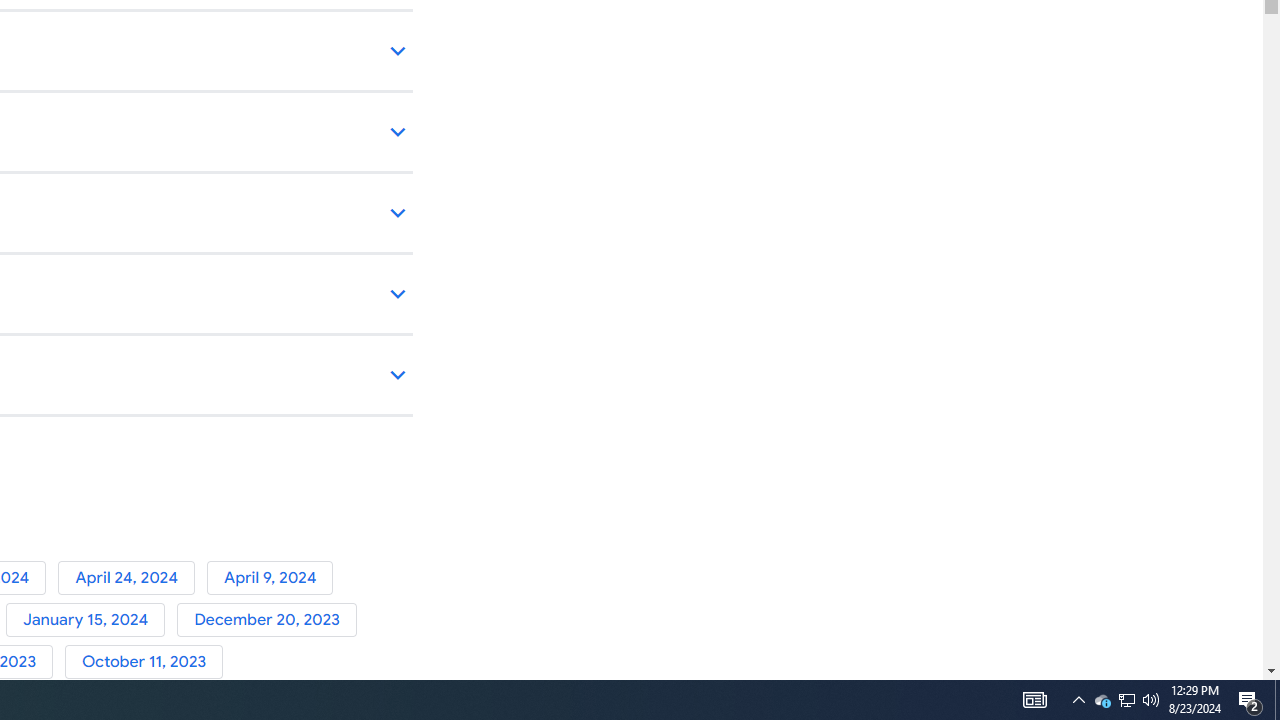 The image size is (1280, 720). I want to click on 'April 9, 2024', so click(272, 577).